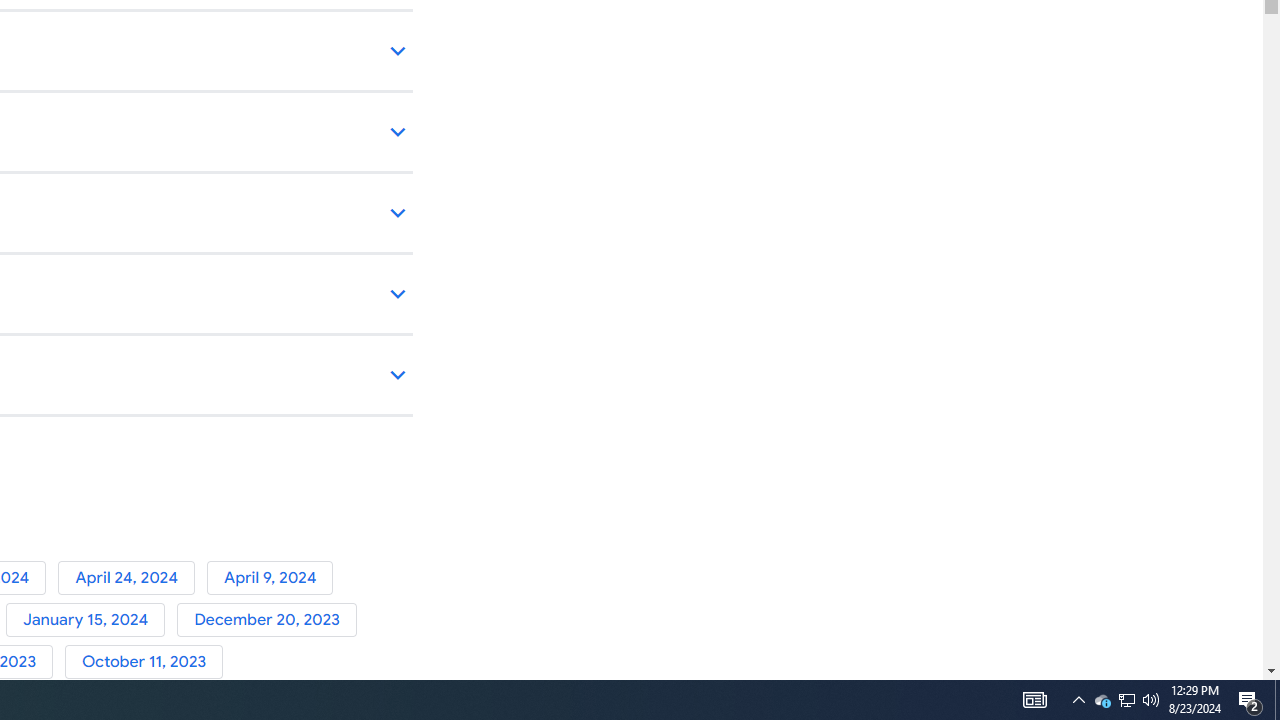 The image size is (1280, 720). I want to click on 'April 9, 2024', so click(272, 577).